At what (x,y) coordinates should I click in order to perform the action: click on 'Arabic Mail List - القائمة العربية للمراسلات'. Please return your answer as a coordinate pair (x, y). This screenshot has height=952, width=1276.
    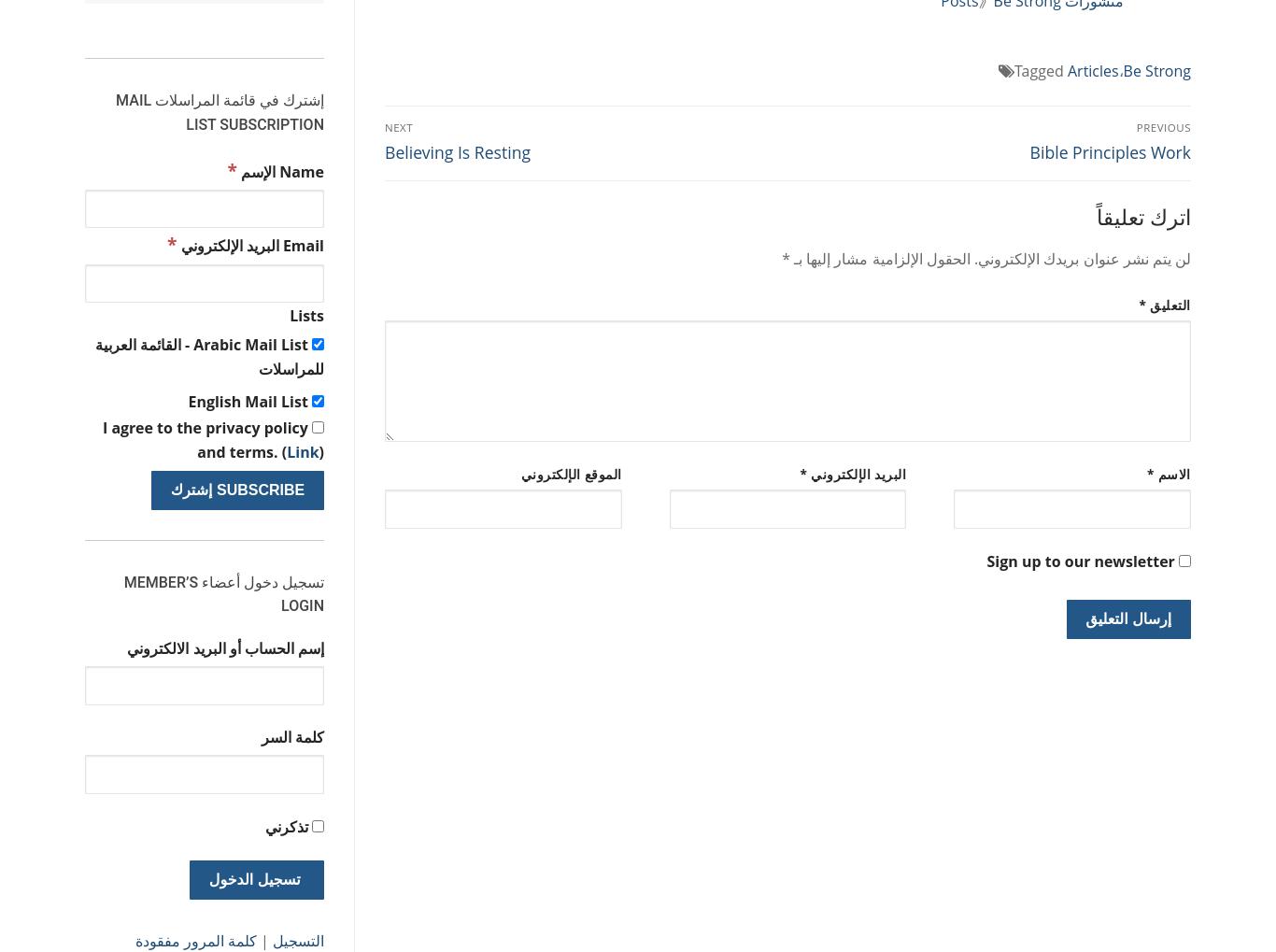
    Looking at the image, I should click on (208, 355).